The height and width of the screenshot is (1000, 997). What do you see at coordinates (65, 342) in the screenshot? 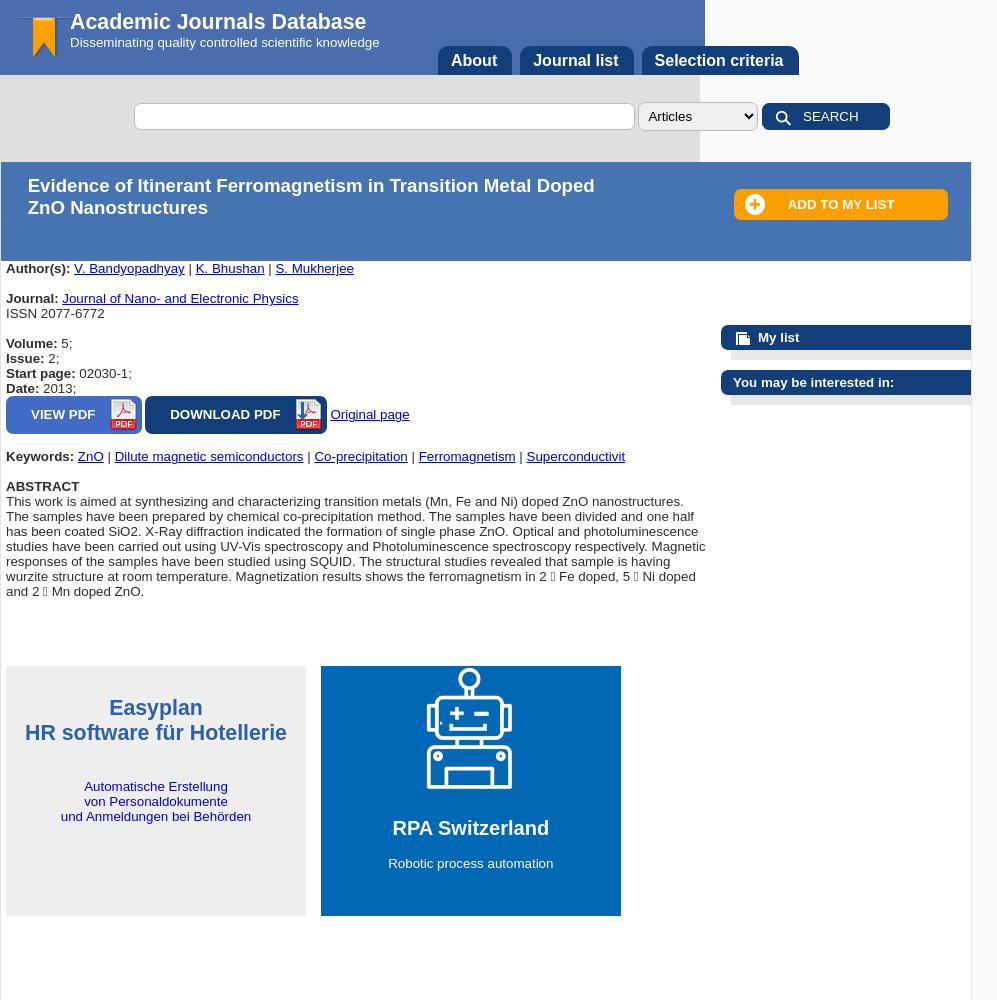
I see `'5;'` at bounding box center [65, 342].